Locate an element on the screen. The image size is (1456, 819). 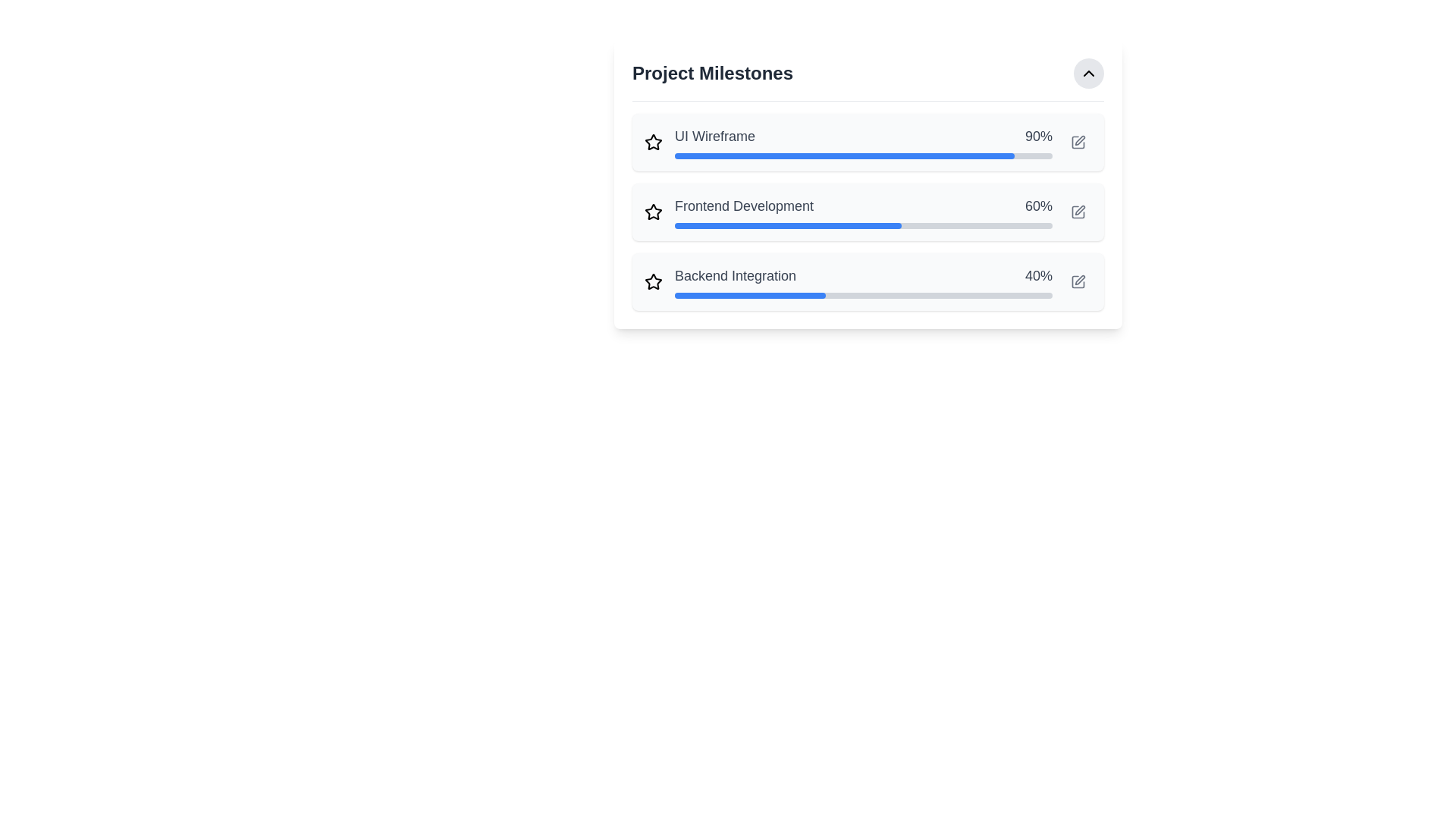
the edit vector icon located to the right of the third milestone entry labeled 'Backend Integration' is located at coordinates (1079, 280).